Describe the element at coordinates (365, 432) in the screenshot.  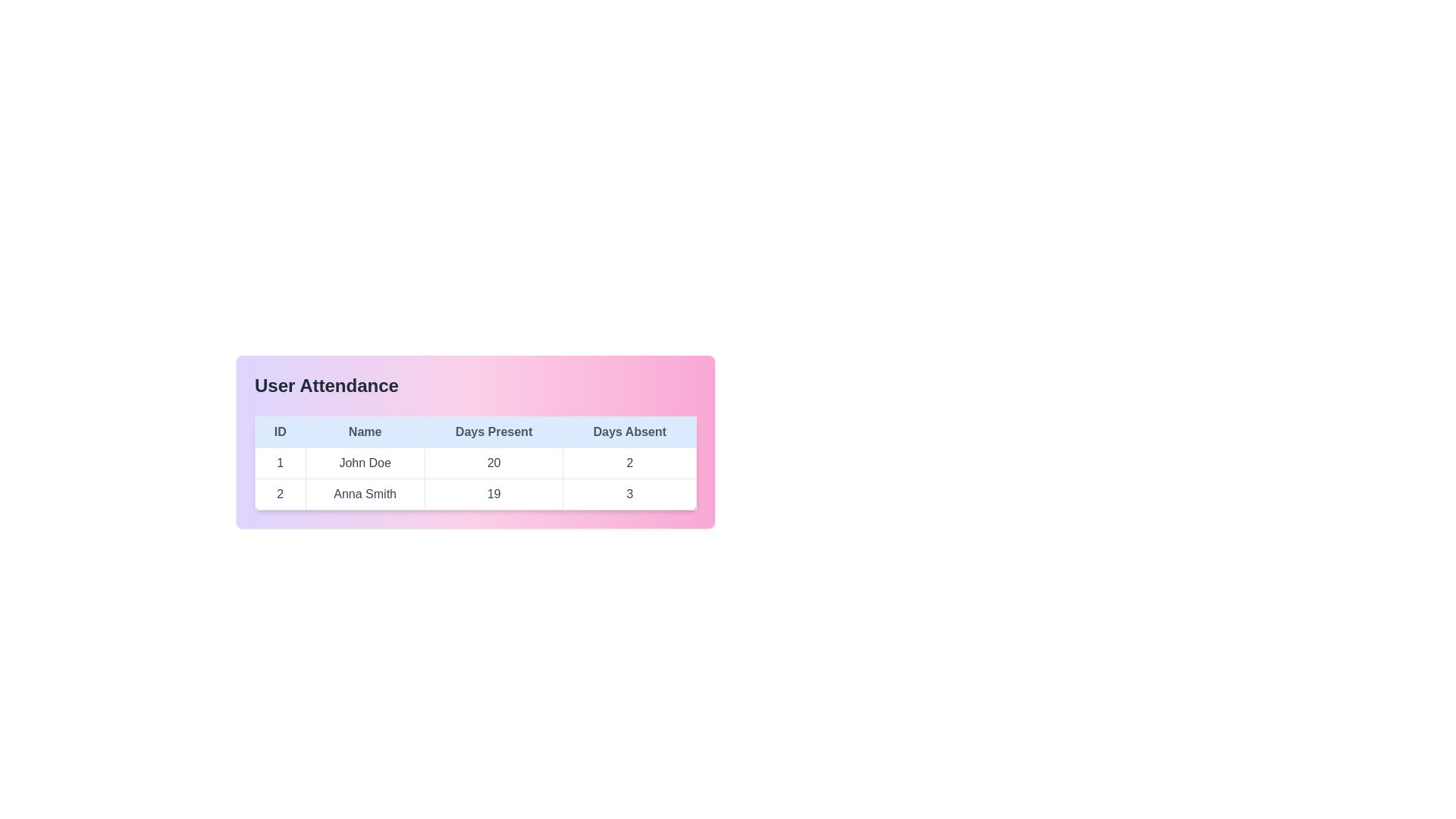
I see `text of the 'Name' label in the second column header of the table, which is styled with a light blue background and centered text` at that location.